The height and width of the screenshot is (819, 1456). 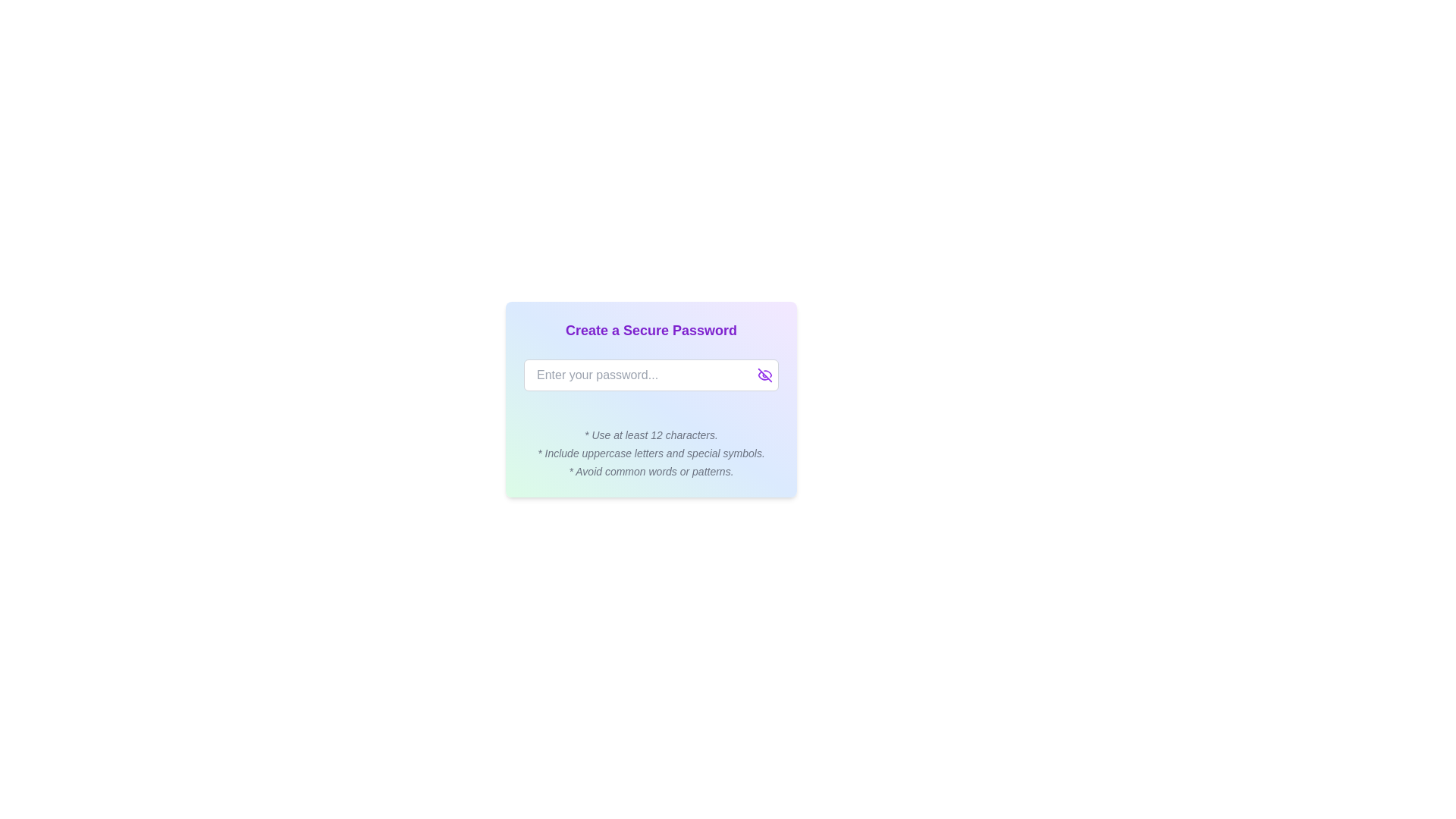 What do you see at coordinates (651, 470) in the screenshot?
I see `instructional text that says '* Avoid common words or patterns.' which is styled in a smaller italicized gray font and is the third item in a vertical list of instructions below the password input field` at bounding box center [651, 470].